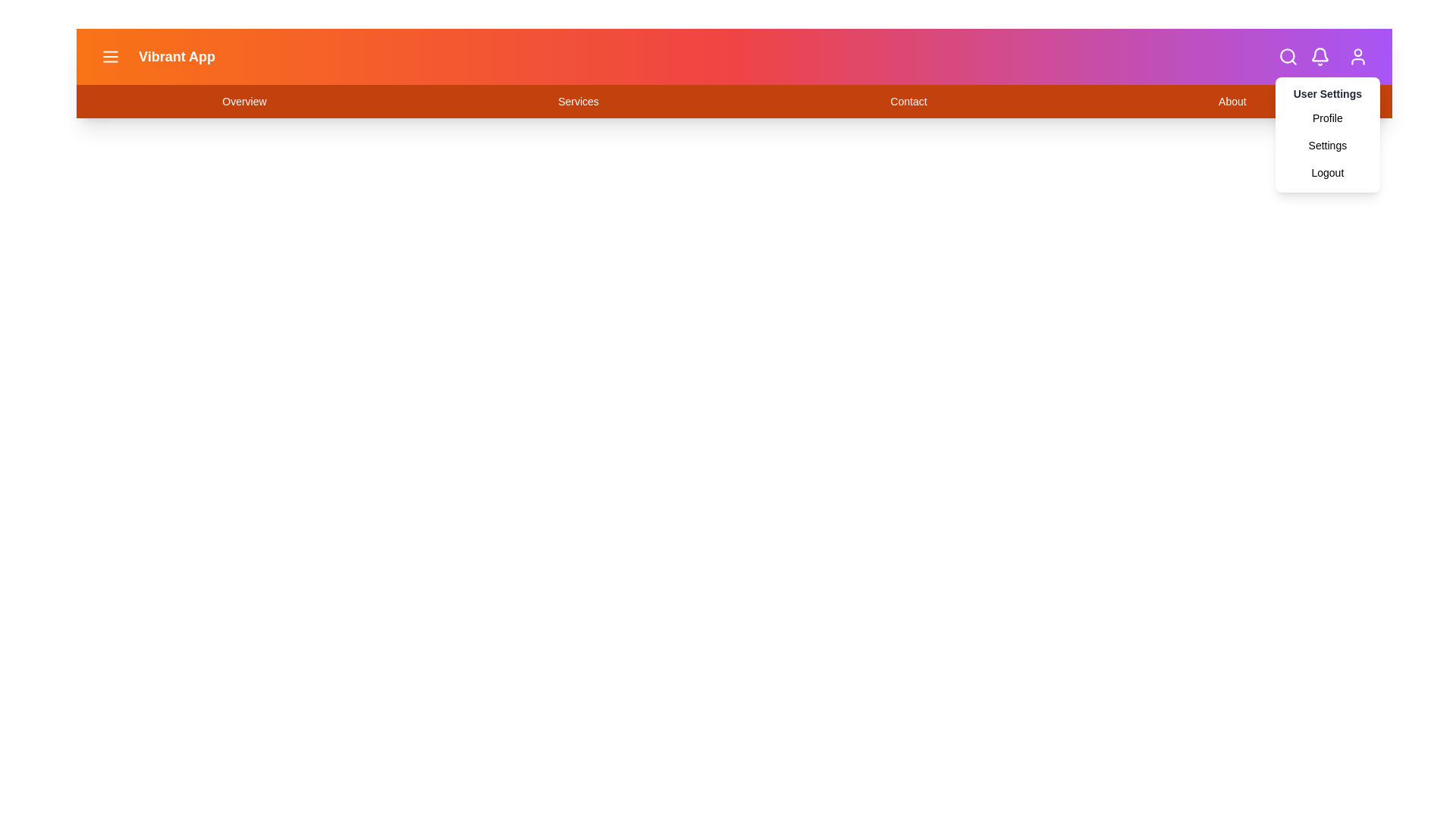 Image resolution: width=1456 pixels, height=819 pixels. What do you see at coordinates (578, 102) in the screenshot?
I see `the navigation link labeled Services` at bounding box center [578, 102].